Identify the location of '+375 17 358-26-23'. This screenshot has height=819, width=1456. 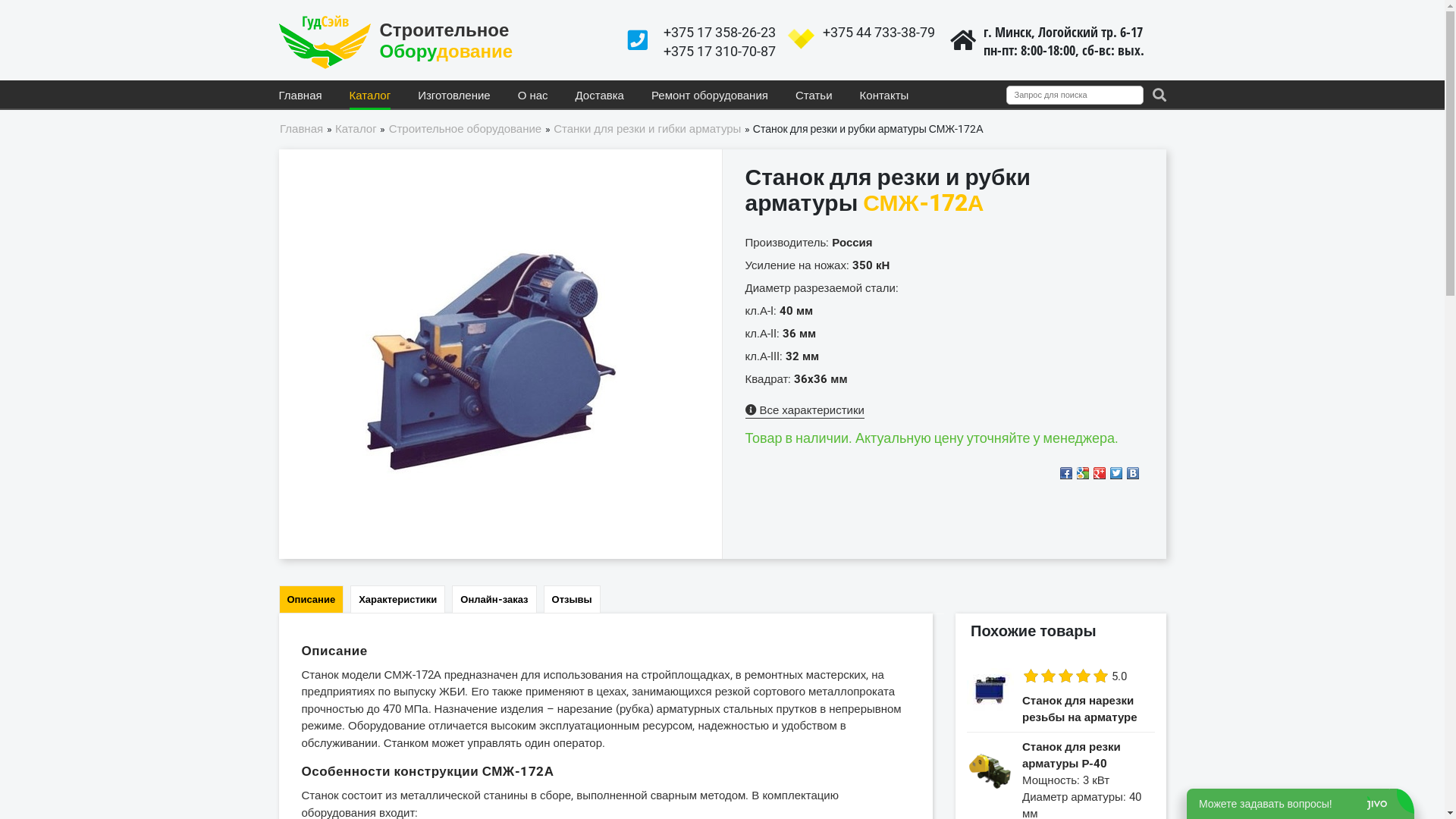
(718, 32).